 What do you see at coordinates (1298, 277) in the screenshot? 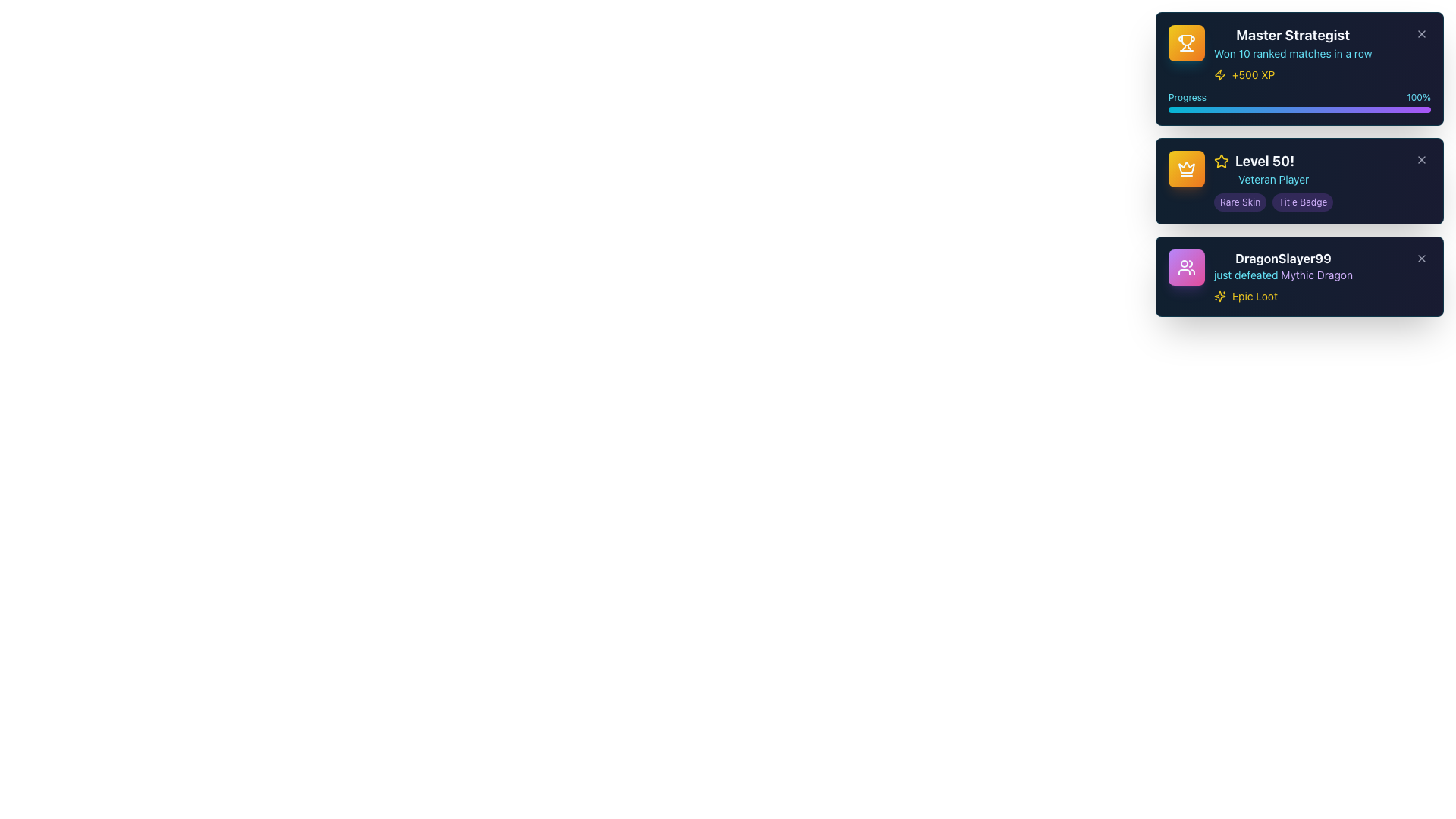
I see `the notification box styled with a dark background, featuring the name 'DragonSlayer99' and message 'just defeated Mythic Dragon'` at bounding box center [1298, 277].